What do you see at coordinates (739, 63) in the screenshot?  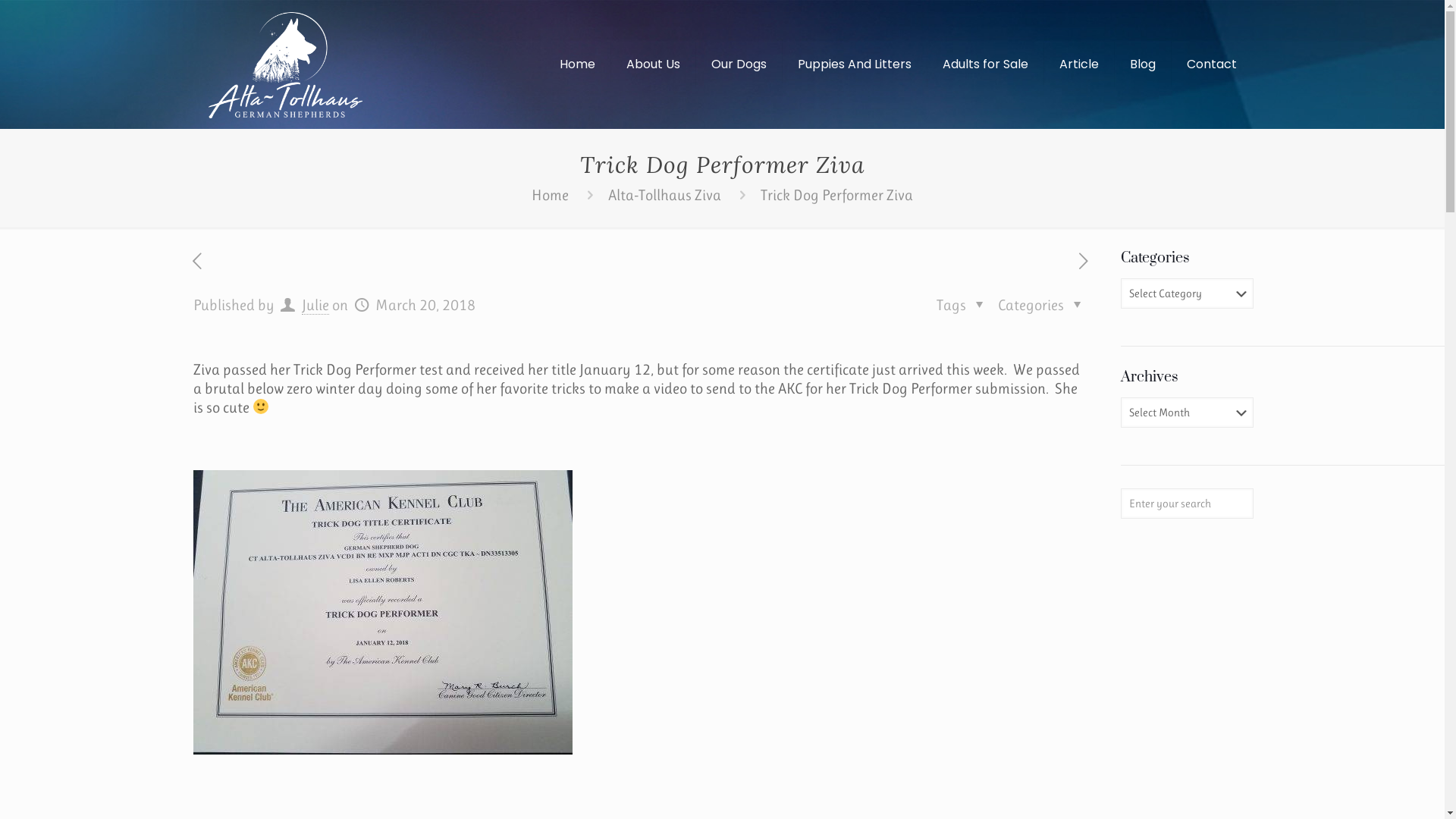 I see `'Our Dogs'` at bounding box center [739, 63].